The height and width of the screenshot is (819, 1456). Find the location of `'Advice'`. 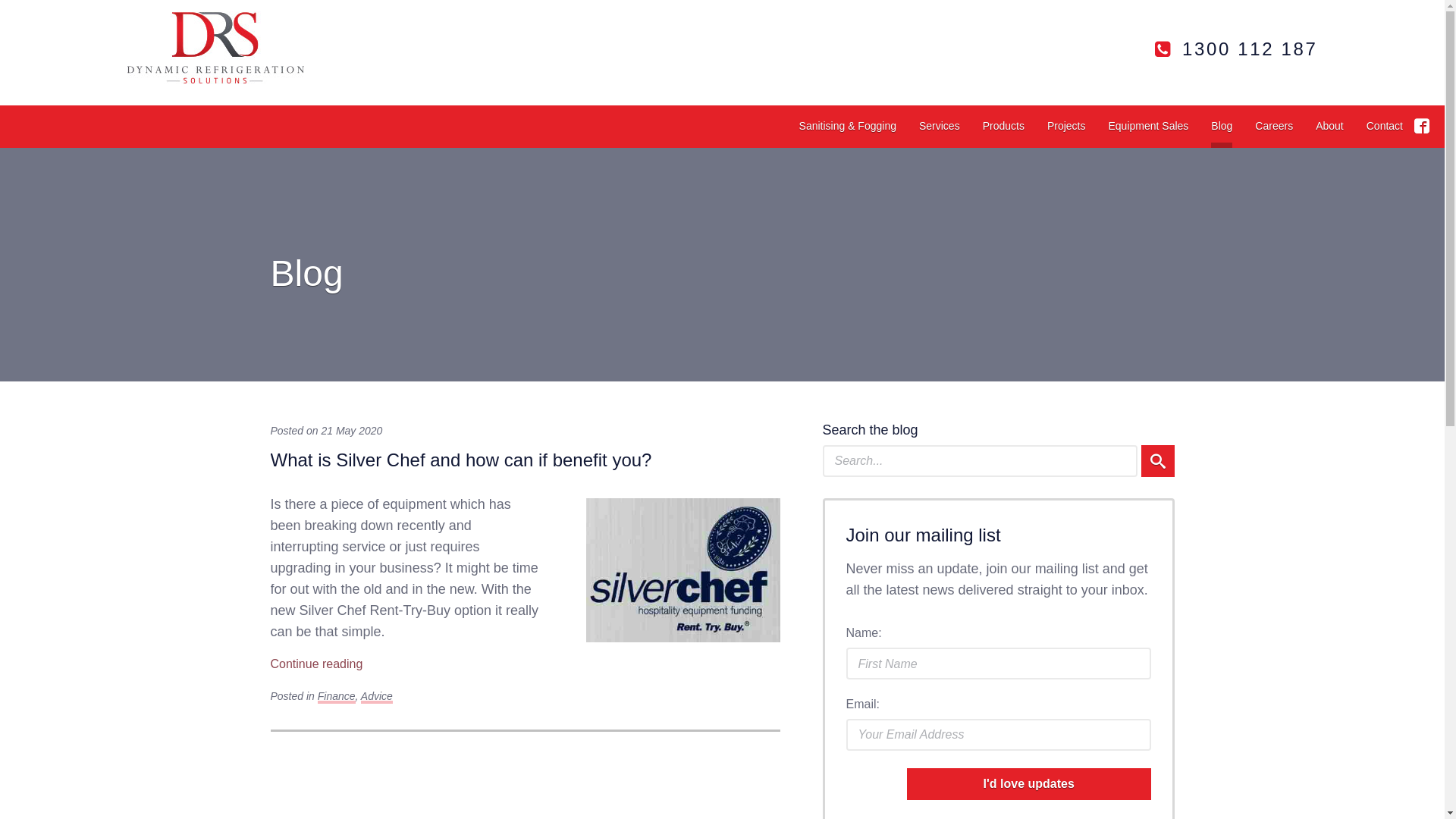

'Advice' is located at coordinates (377, 696).